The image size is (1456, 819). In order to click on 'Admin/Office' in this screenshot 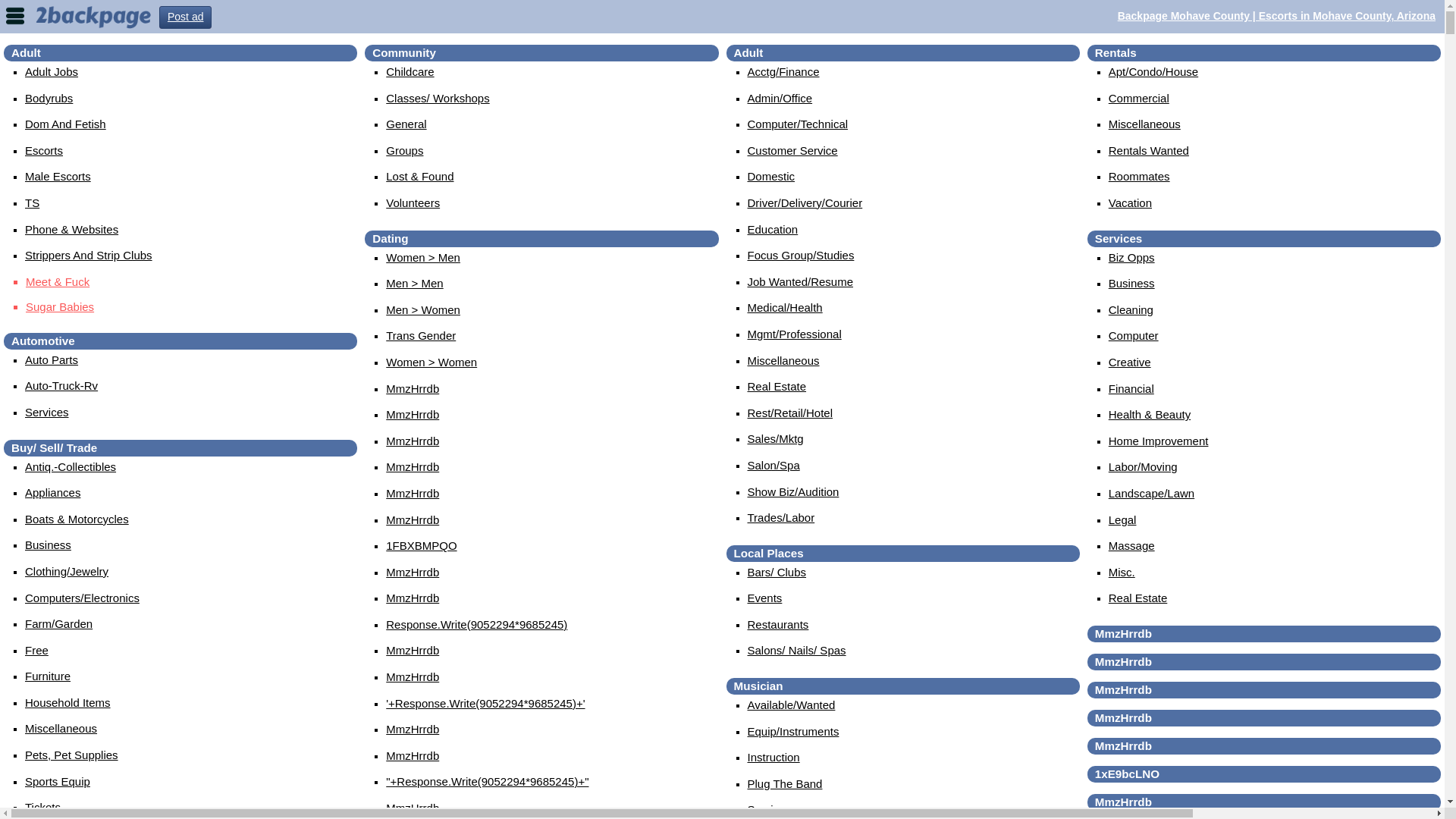, I will do `click(780, 98)`.